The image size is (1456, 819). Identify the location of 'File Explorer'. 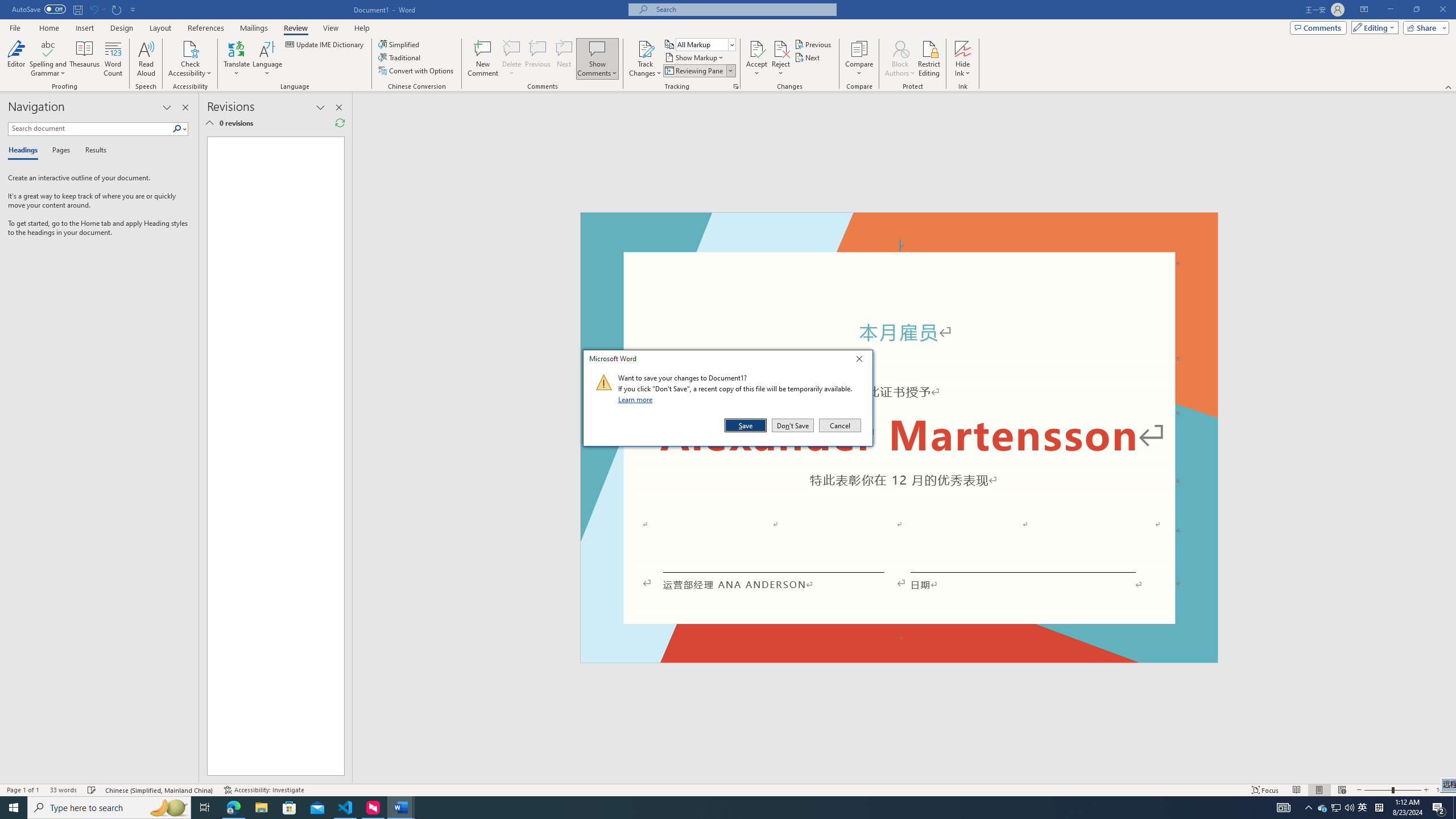
(260, 806).